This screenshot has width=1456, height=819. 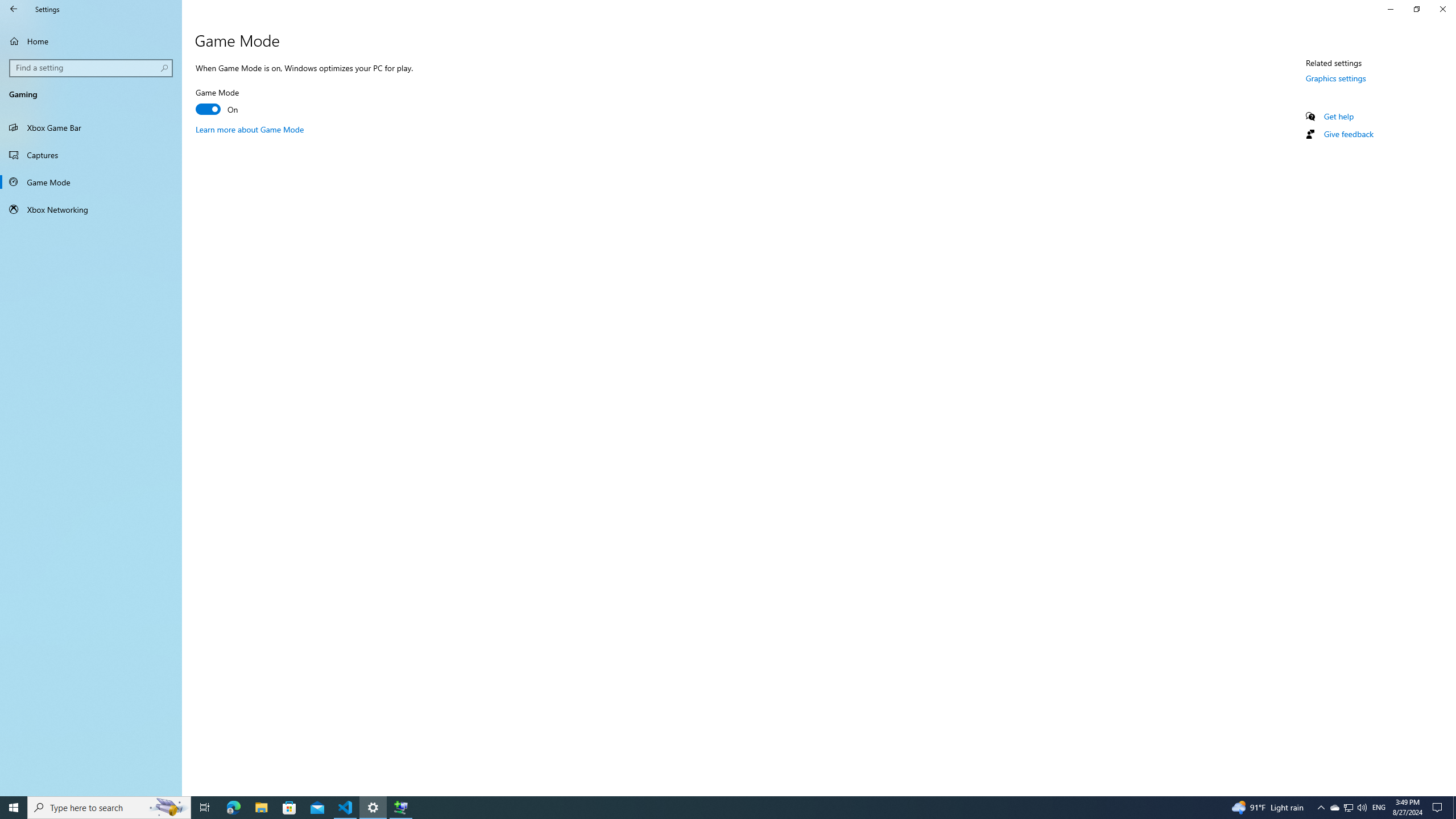 What do you see at coordinates (1347, 806) in the screenshot?
I see `'User Promoted Notification Area'` at bounding box center [1347, 806].